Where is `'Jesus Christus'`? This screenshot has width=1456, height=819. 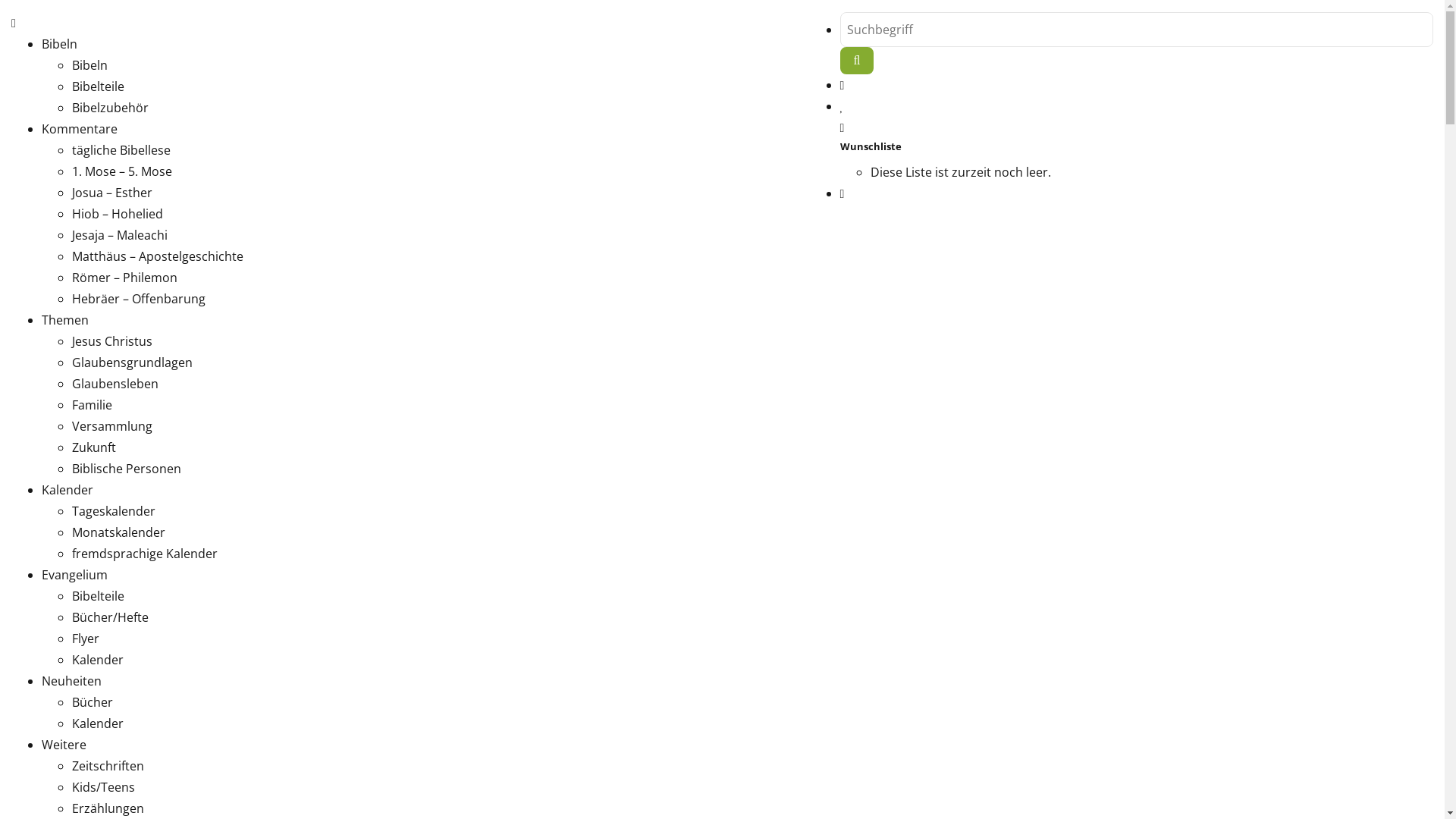
'Jesus Christus' is located at coordinates (111, 341).